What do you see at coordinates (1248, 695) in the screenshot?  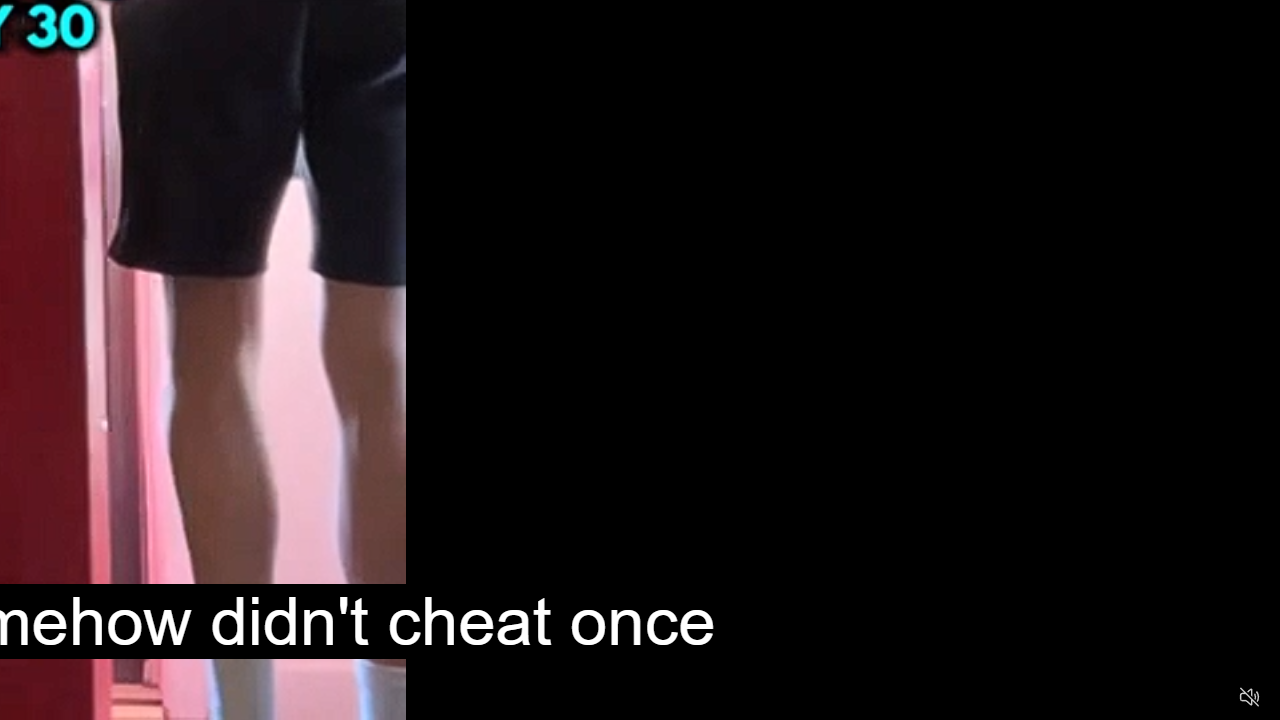 I see `'Unmute'` at bounding box center [1248, 695].